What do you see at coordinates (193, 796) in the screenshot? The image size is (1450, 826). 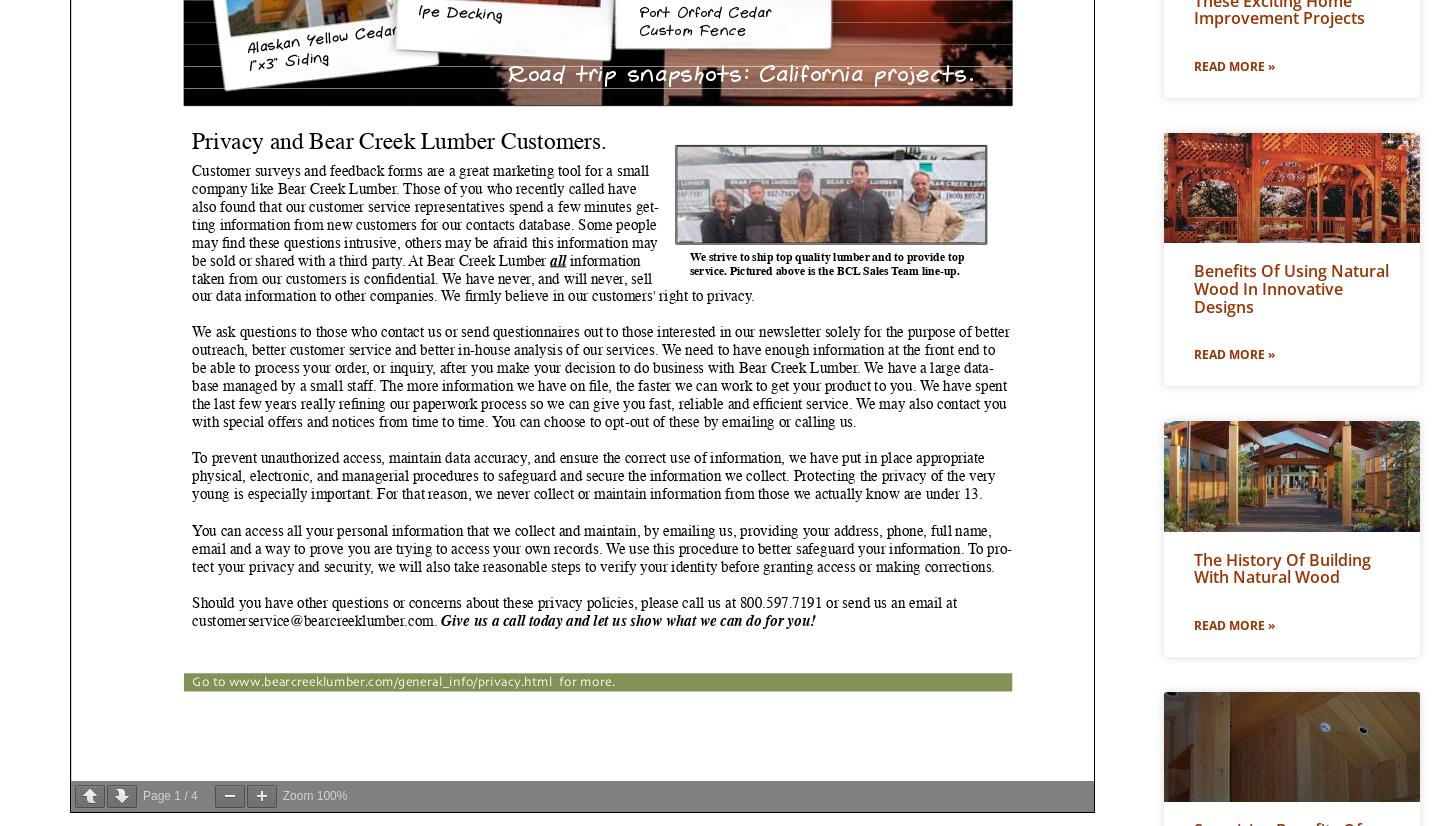 I see `'4'` at bounding box center [193, 796].